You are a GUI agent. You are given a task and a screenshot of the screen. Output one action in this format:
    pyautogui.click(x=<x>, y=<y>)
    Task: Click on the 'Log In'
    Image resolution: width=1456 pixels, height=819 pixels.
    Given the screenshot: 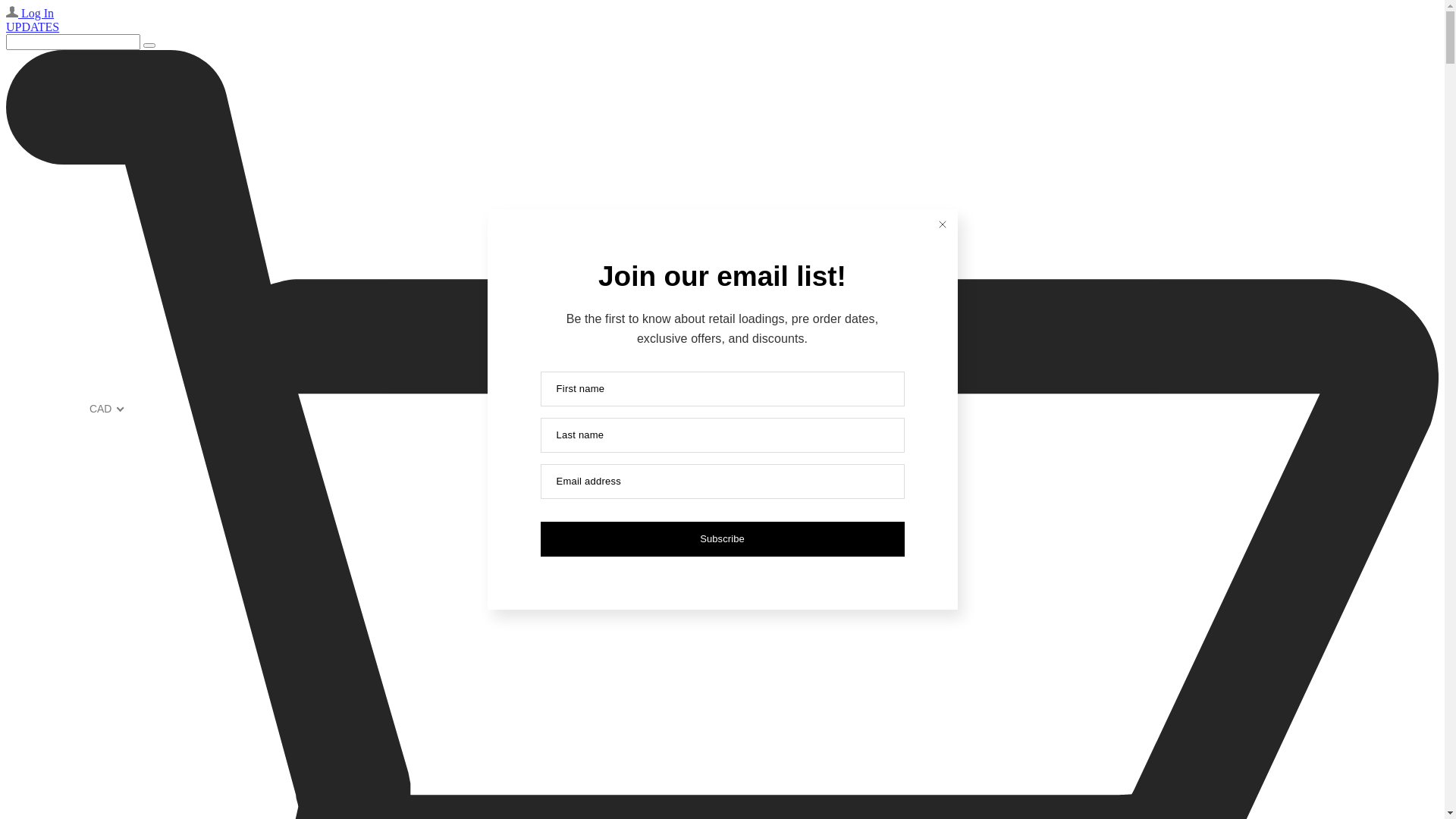 What is the action you would take?
    pyautogui.click(x=30, y=13)
    